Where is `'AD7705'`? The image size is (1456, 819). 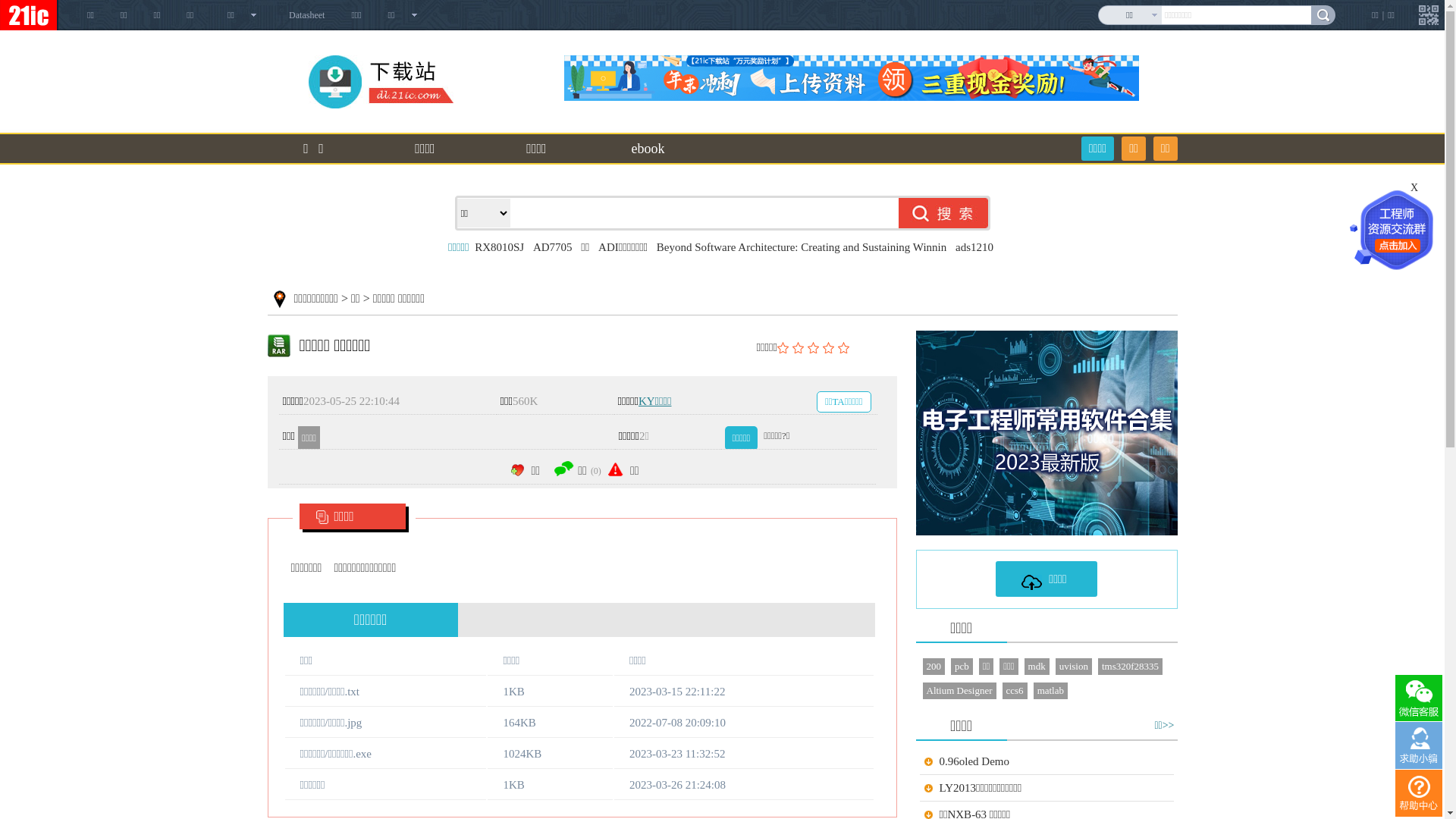
'AD7705' is located at coordinates (552, 246).